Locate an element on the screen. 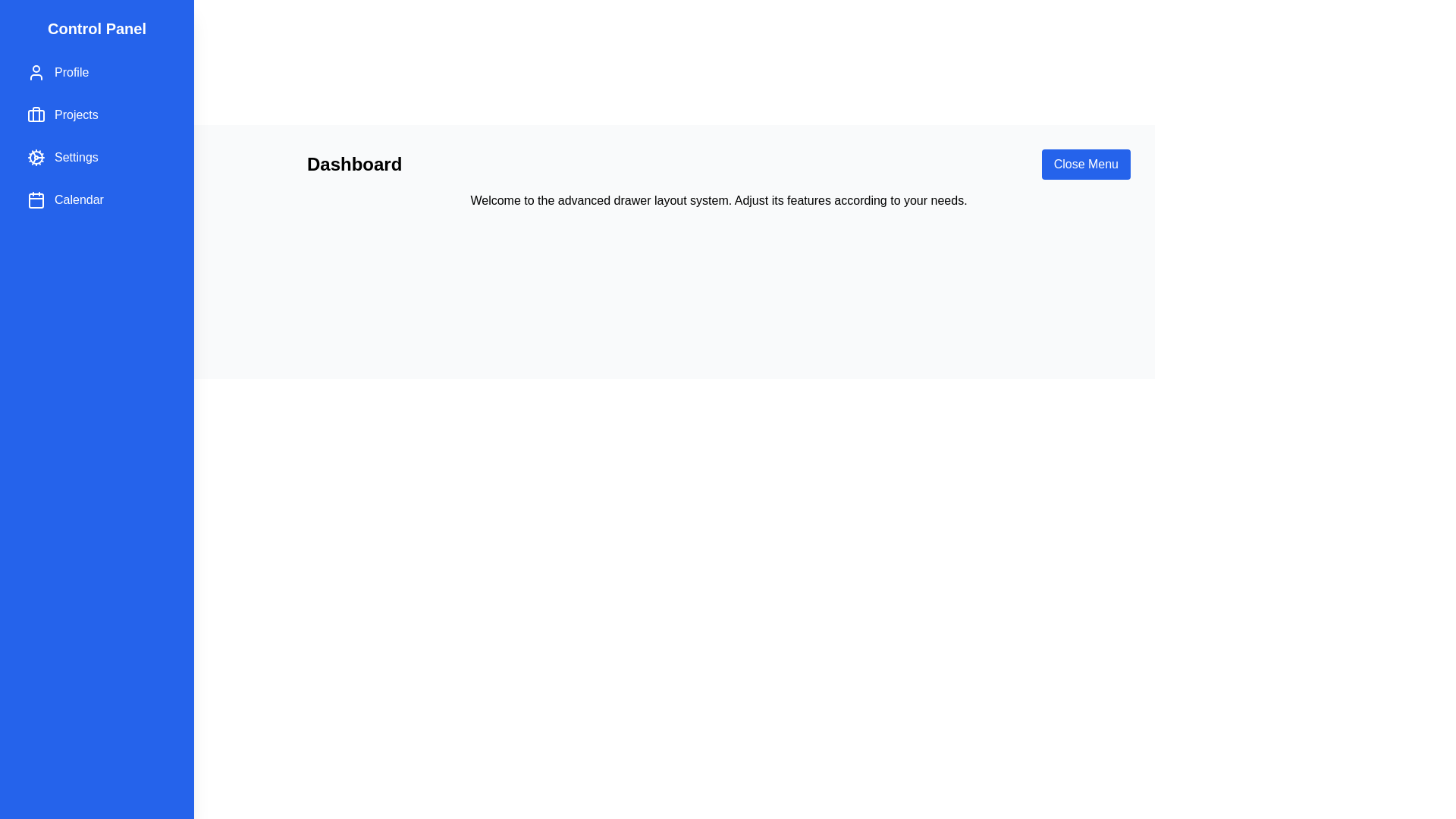 This screenshot has height=819, width=1456. the 'Projects' button, which is the second item in the left navigation bar is located at coordinates (96, 114).